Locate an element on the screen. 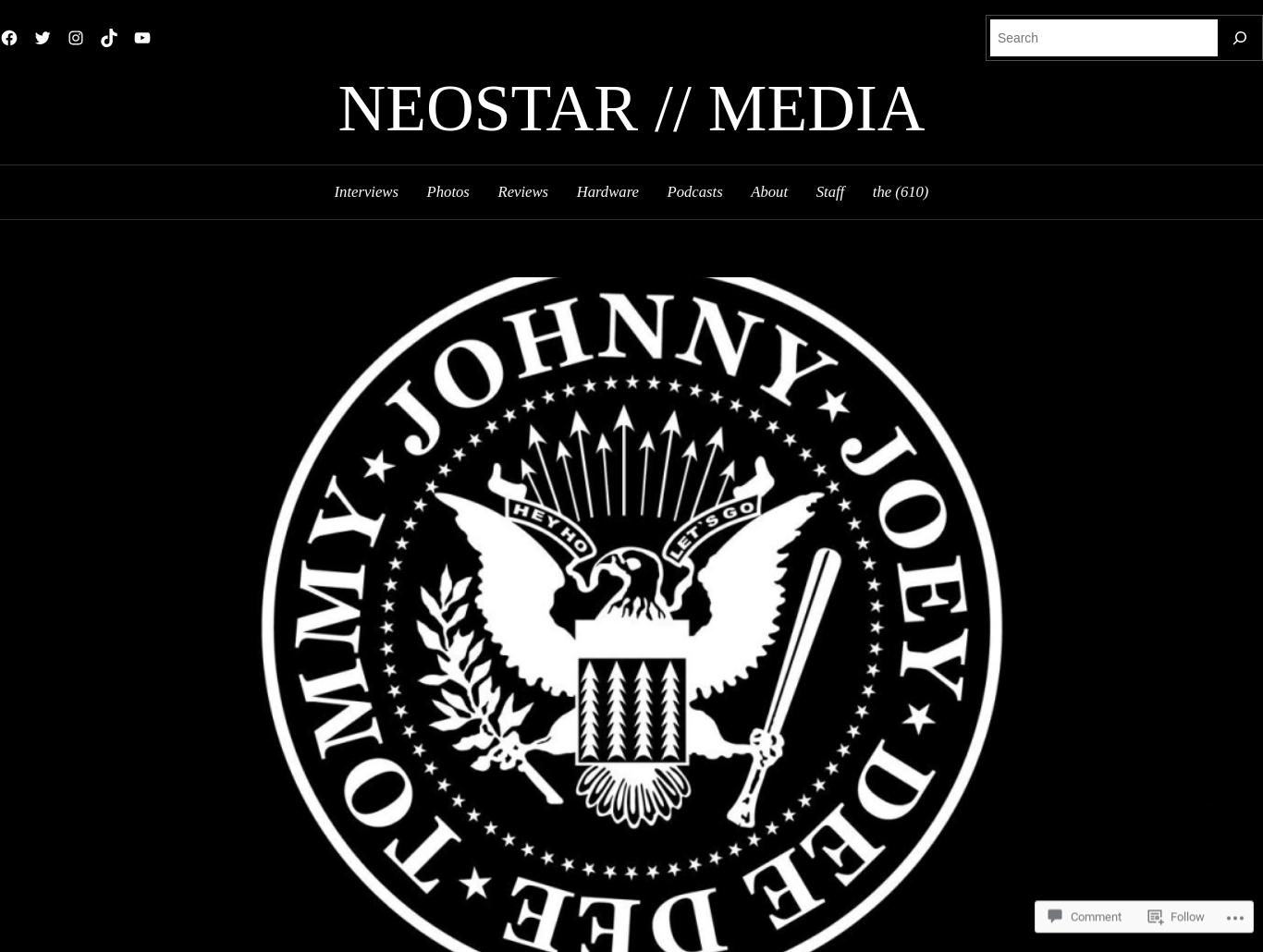 This screenshot has width=1263, height=952. 'Photos' is located at coordinates (447, 190).